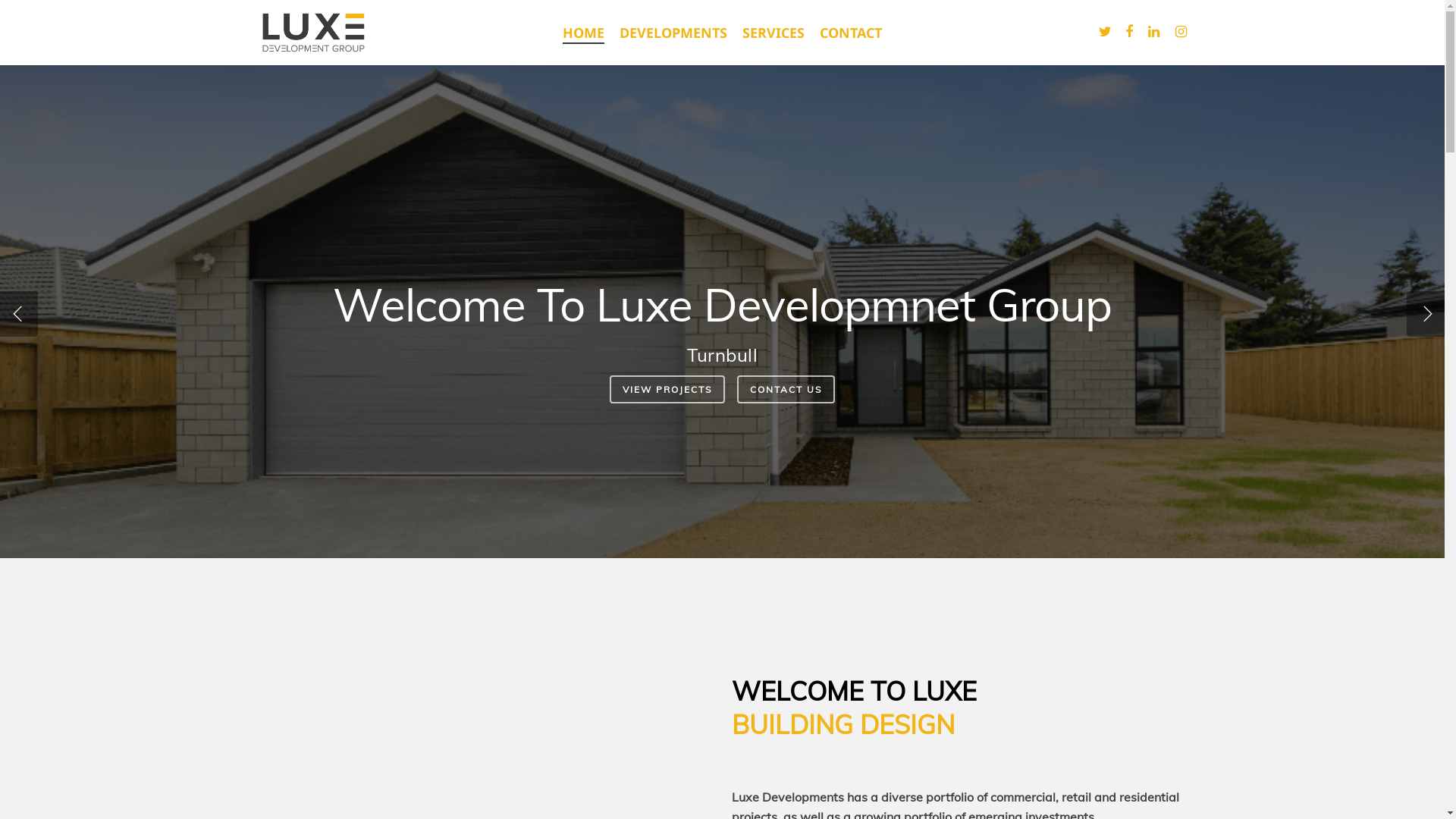 Image resolution: width=1456 pixels, height=819 pixels. Describe the element at coordinates (582, 32) in the screenshot. I see `'HOME'` at that location.